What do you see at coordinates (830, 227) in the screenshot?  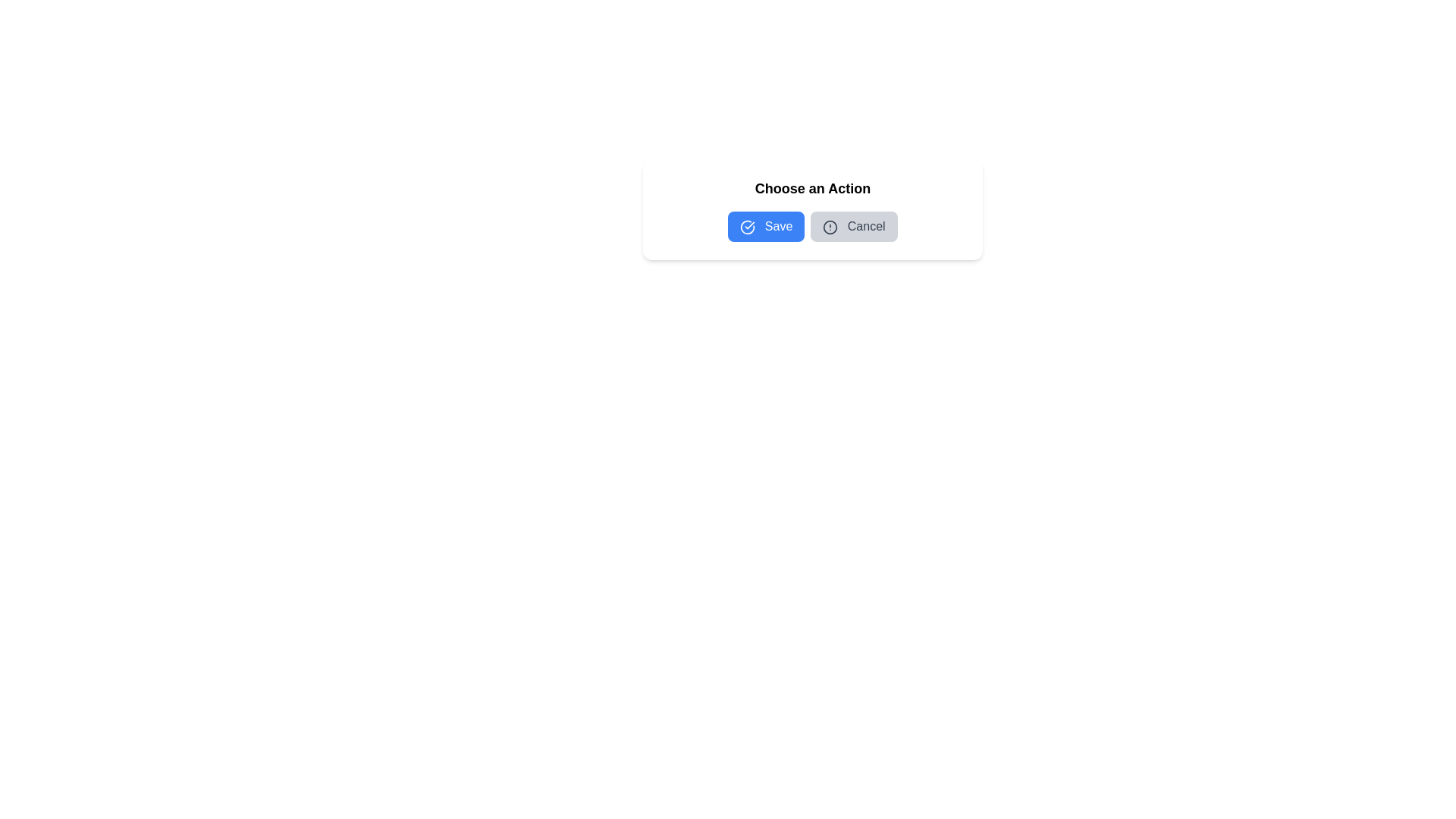 I see `the cautionary icon embedded within the 'Cancel' button, which indicates its alert-related purpose` at bounding box center [830, 227].